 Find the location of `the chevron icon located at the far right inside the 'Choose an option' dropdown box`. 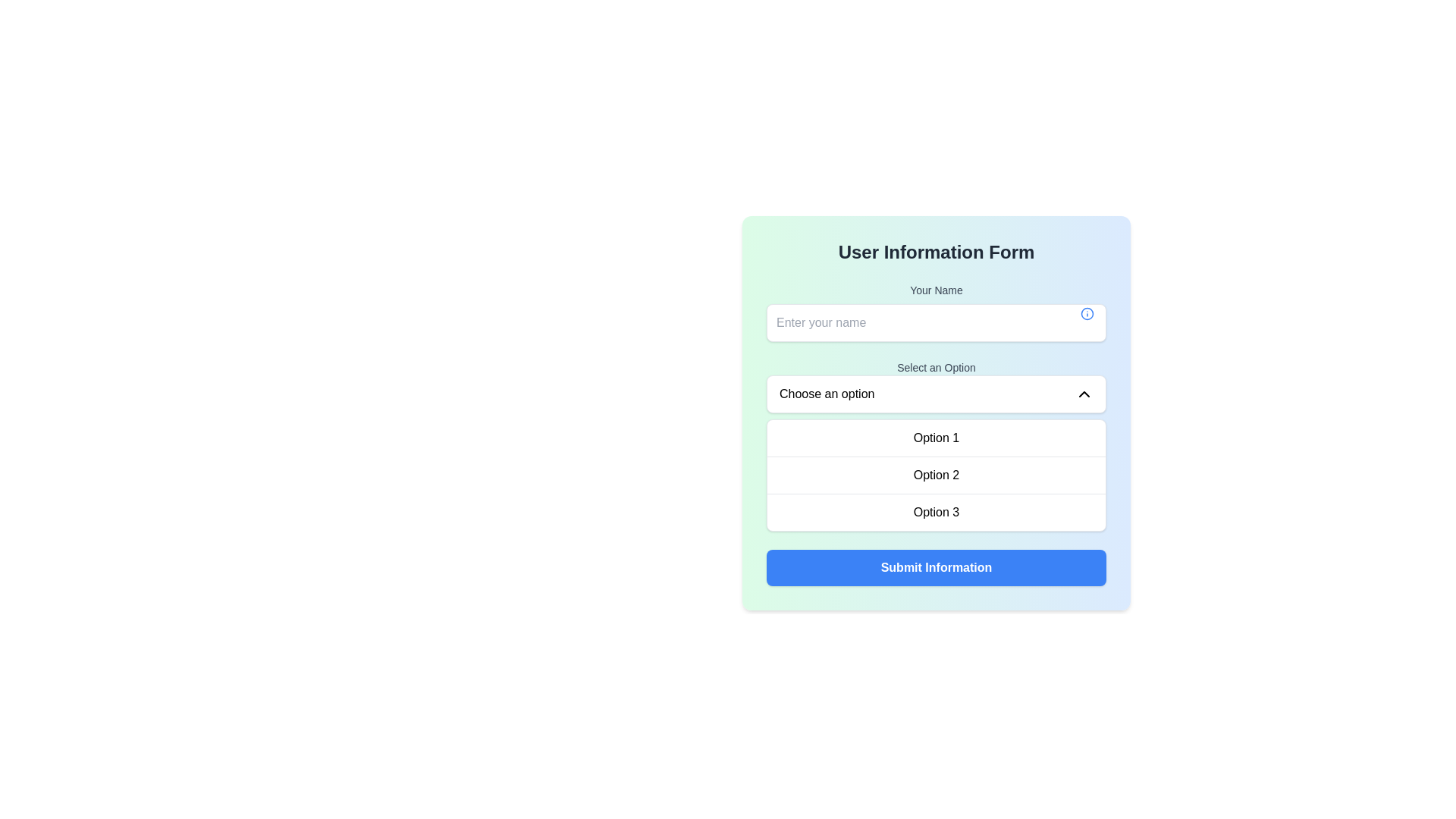

the chevron icon located at the far right inside the 'Choose an option' dropdown box is located at coordinates (1084, 394).